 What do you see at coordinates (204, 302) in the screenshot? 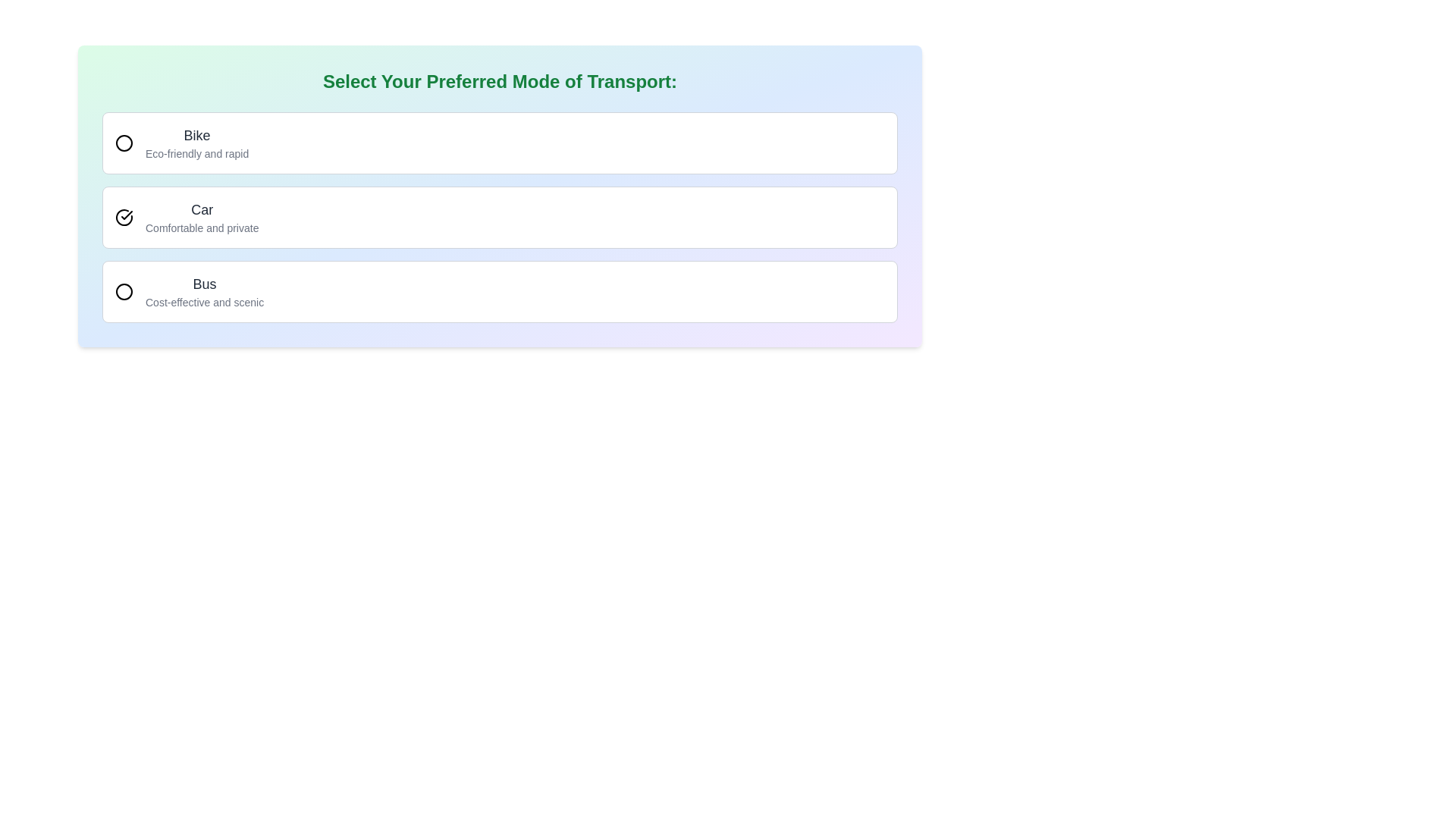
I see `the static text label providing a description for the 'Bus' option, which is located under the 'Bus' heading in the panel` at bounding box center [204, 302].